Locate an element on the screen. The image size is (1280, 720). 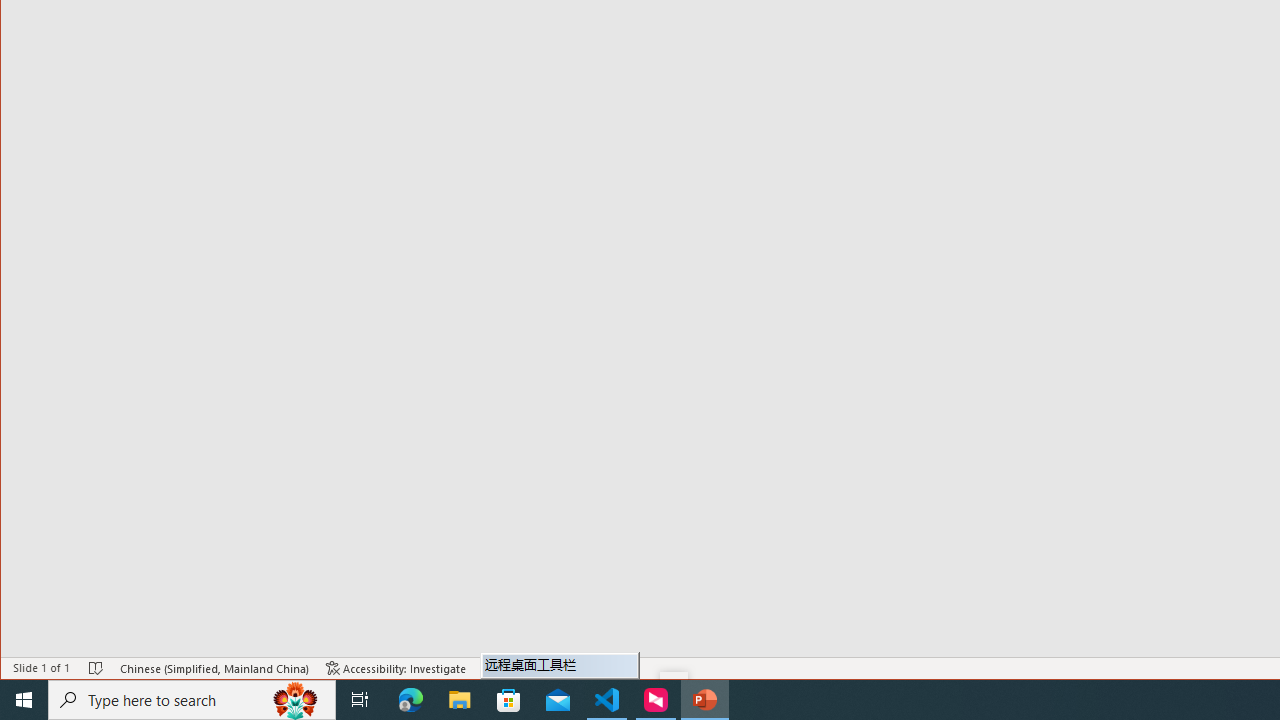
'Type here to search' is located at coordinates (192, 698).